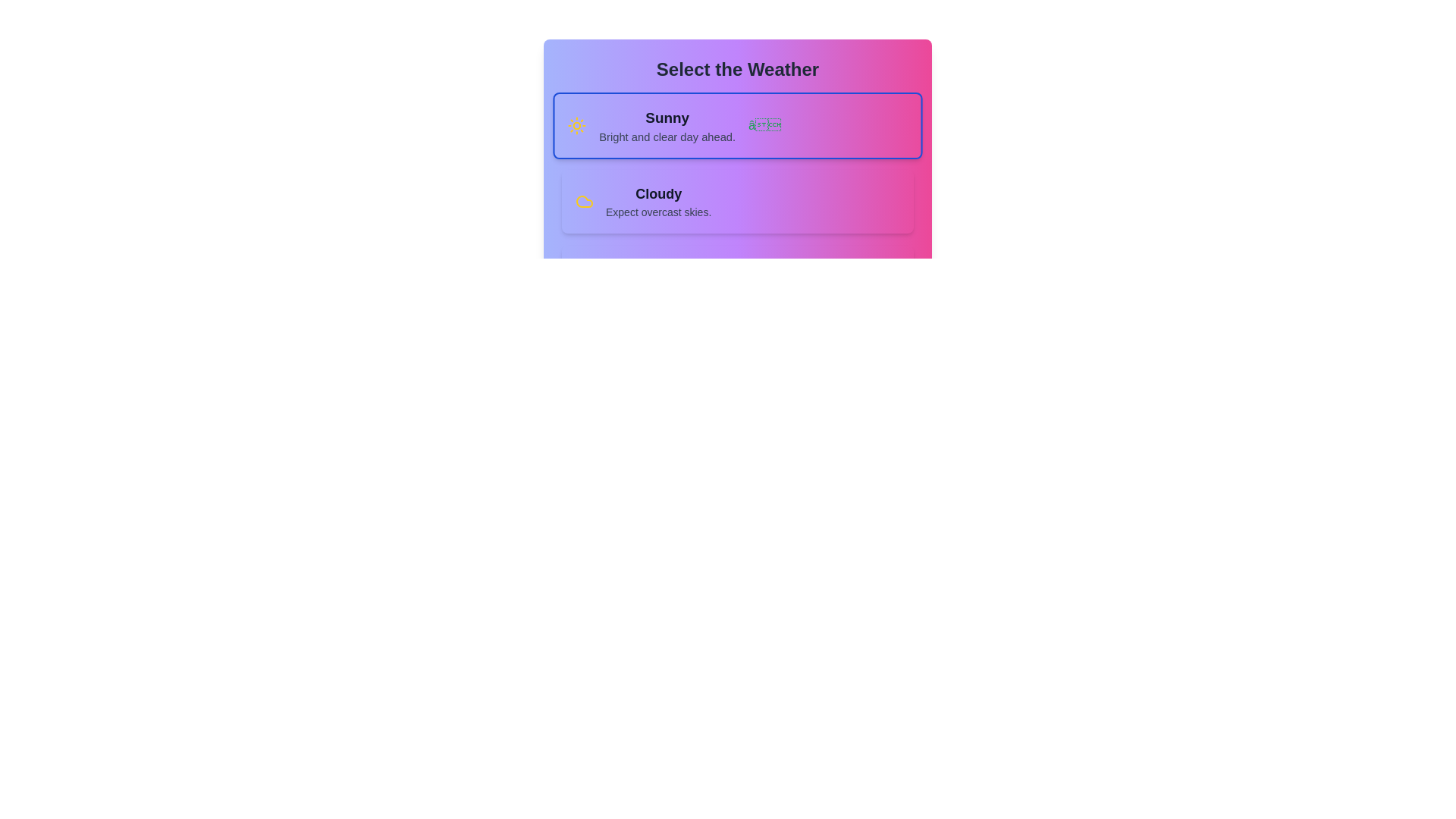 Image resolution: width=1456 pixels, height=819 pixels. Describe the element at coordinates (738, 201) in the screenshot. I see `the second selectable list item for weather preference labeled 'Cloudy'` at that location.